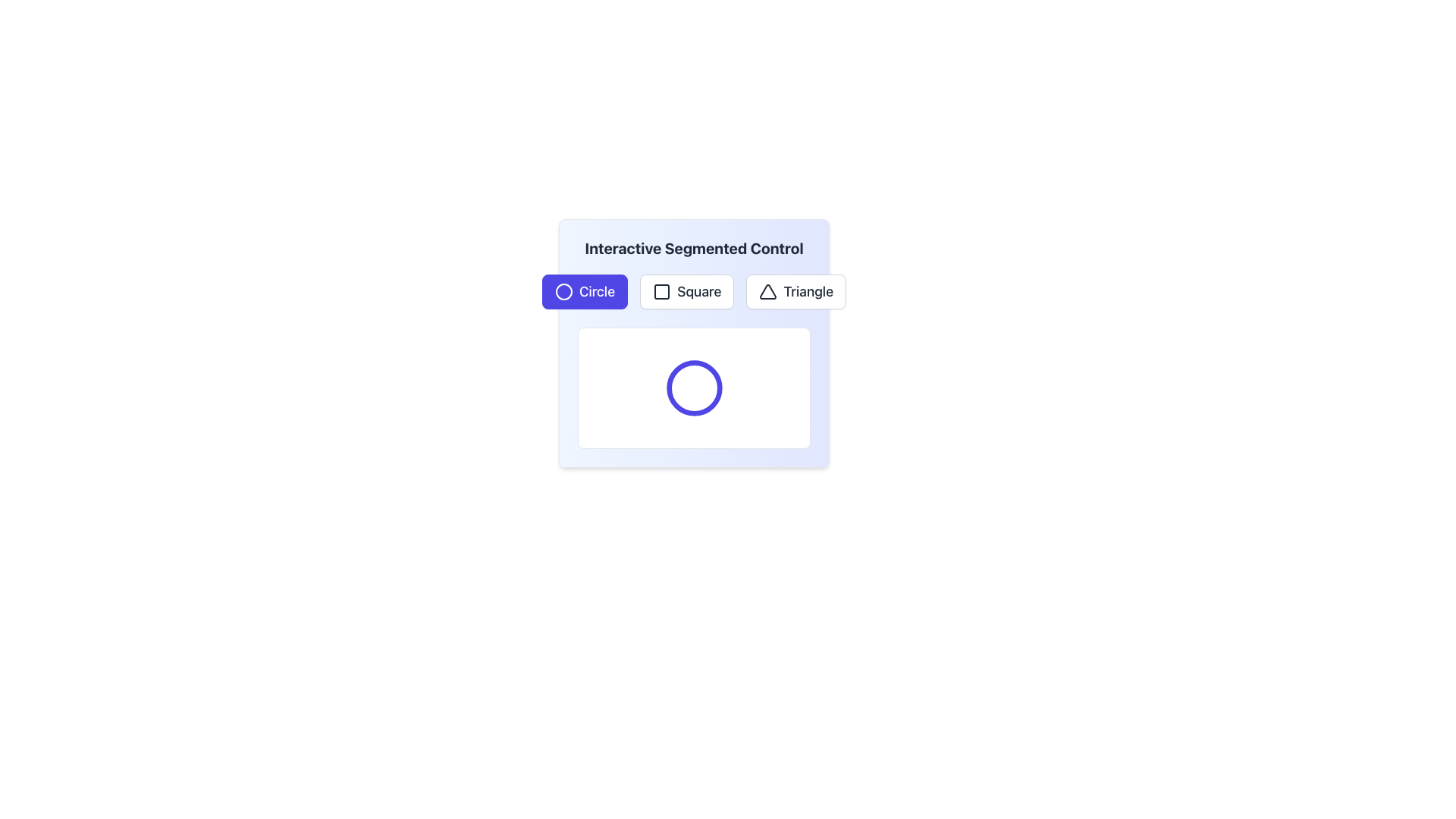 The width and height of the screenshot is (1456, 819). Describe the element at coordinates (584, 292) in the screenshot. I see `the 'Circle' button, the leftmost button in the segmented control` at that location.